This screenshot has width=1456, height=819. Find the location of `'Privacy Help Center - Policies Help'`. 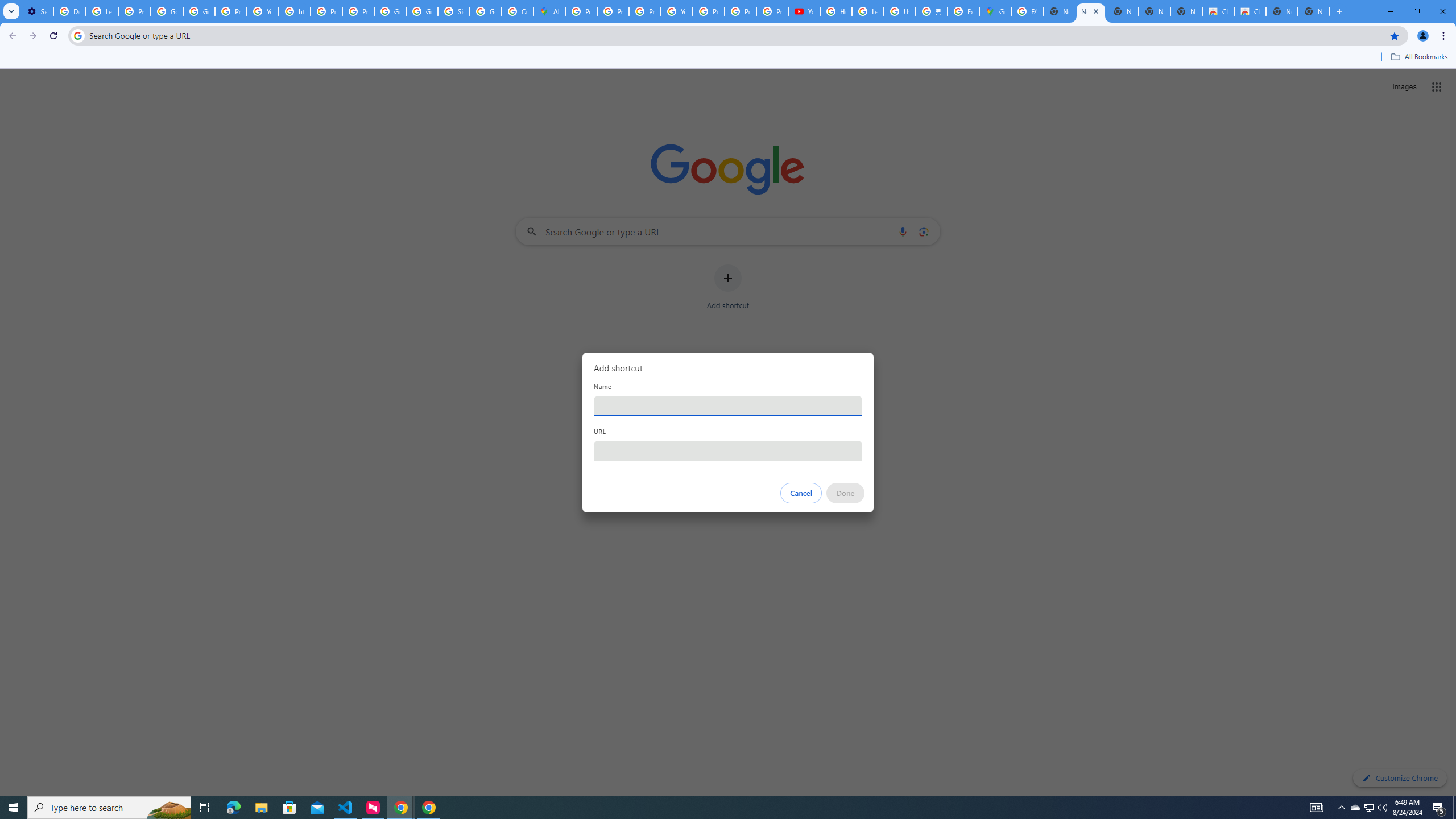

'Privacy Help Center - Policies Help' is located at coordinates (614, 11).